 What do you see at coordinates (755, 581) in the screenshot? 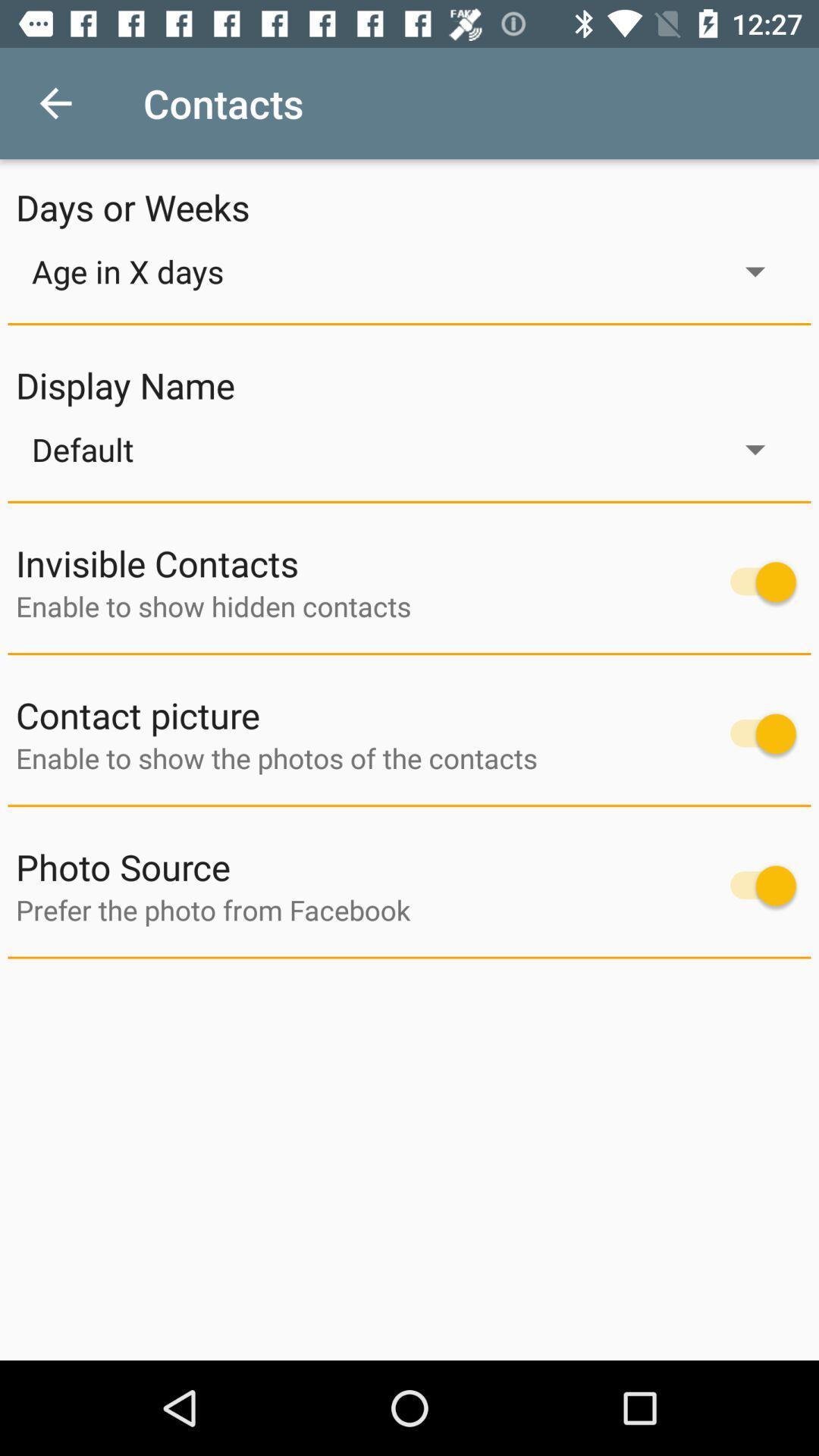
I see `contacts invisible contacts` at bounding box center [755, 581].